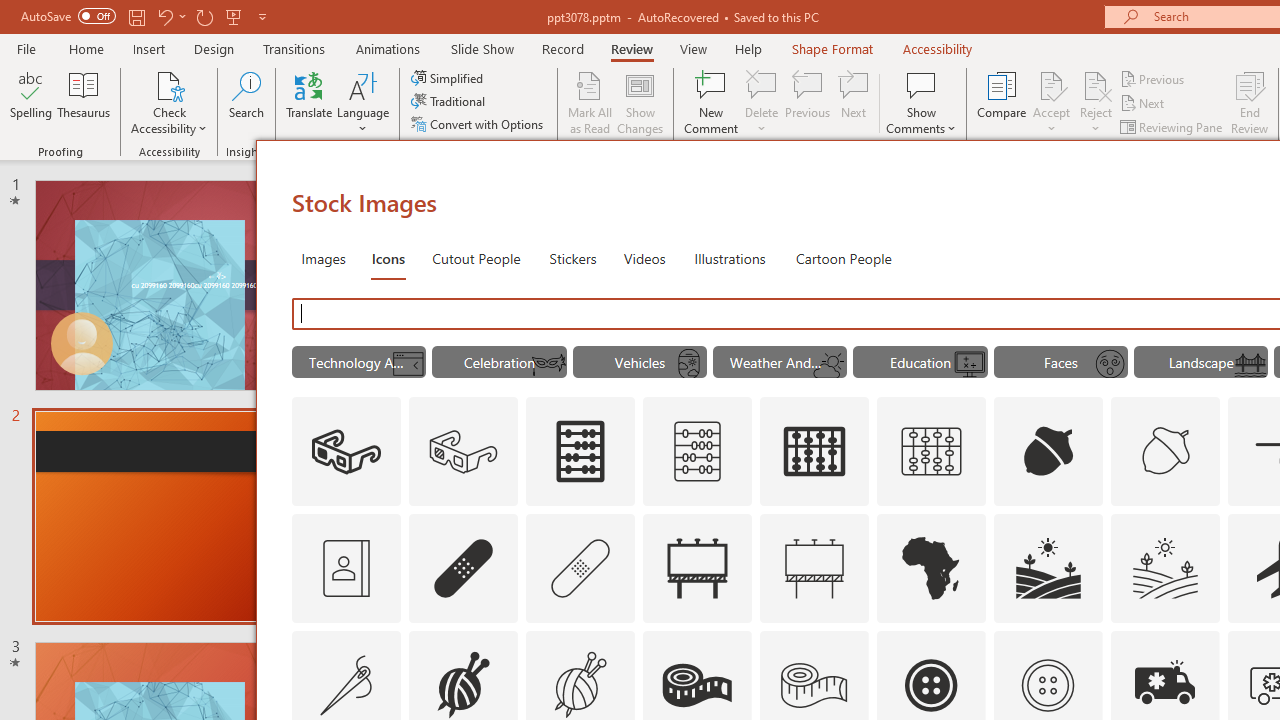  What do you see at coordinates (779, 362) in the screenshot?
I see `'"Weather And Seasons" Icons.'` at bounding box center [779, 362].